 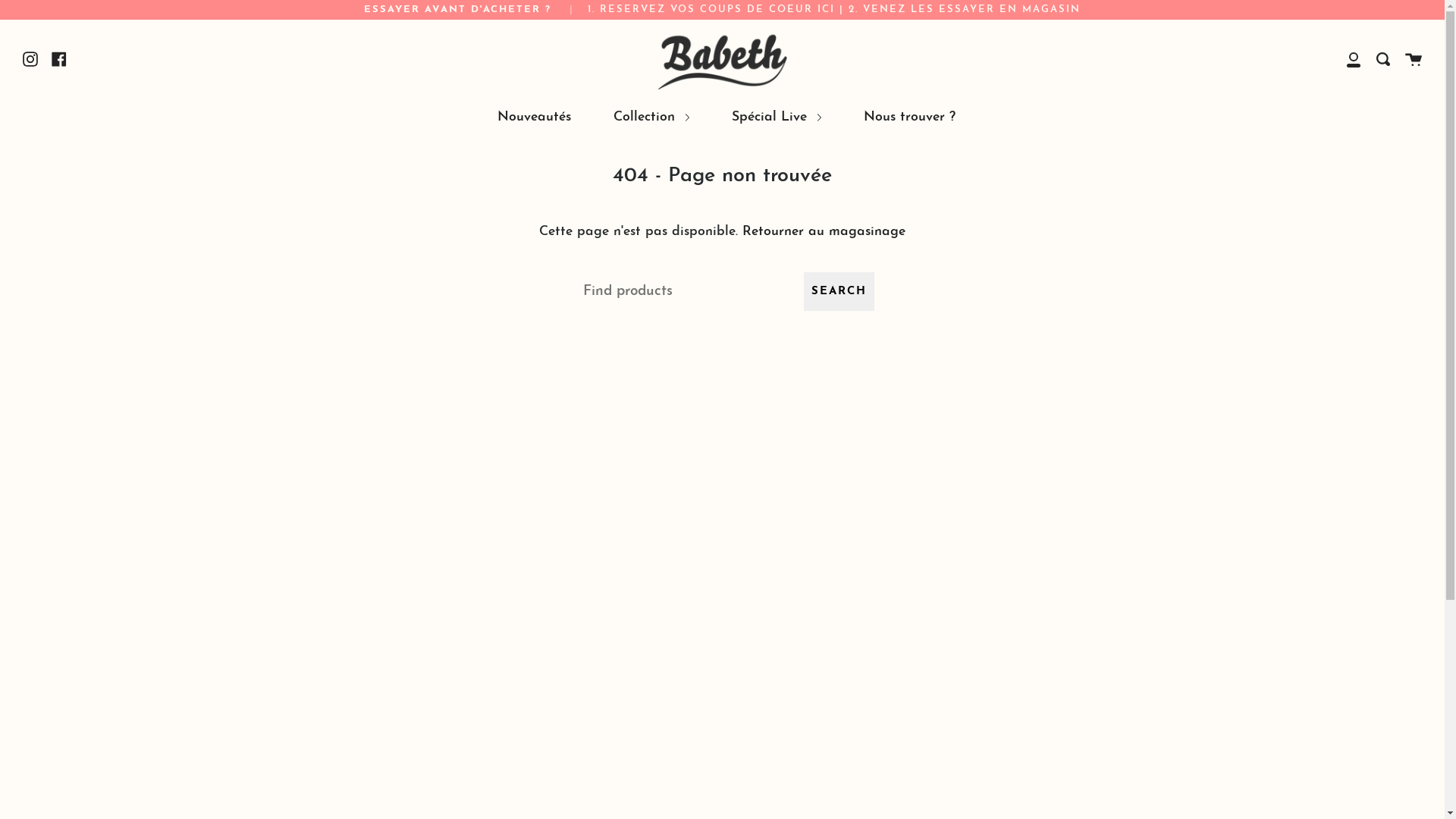 What do you see at coordinates (58, 58) in the screenshot?
I see `'Facebook'` at bounding box center [58, 58].